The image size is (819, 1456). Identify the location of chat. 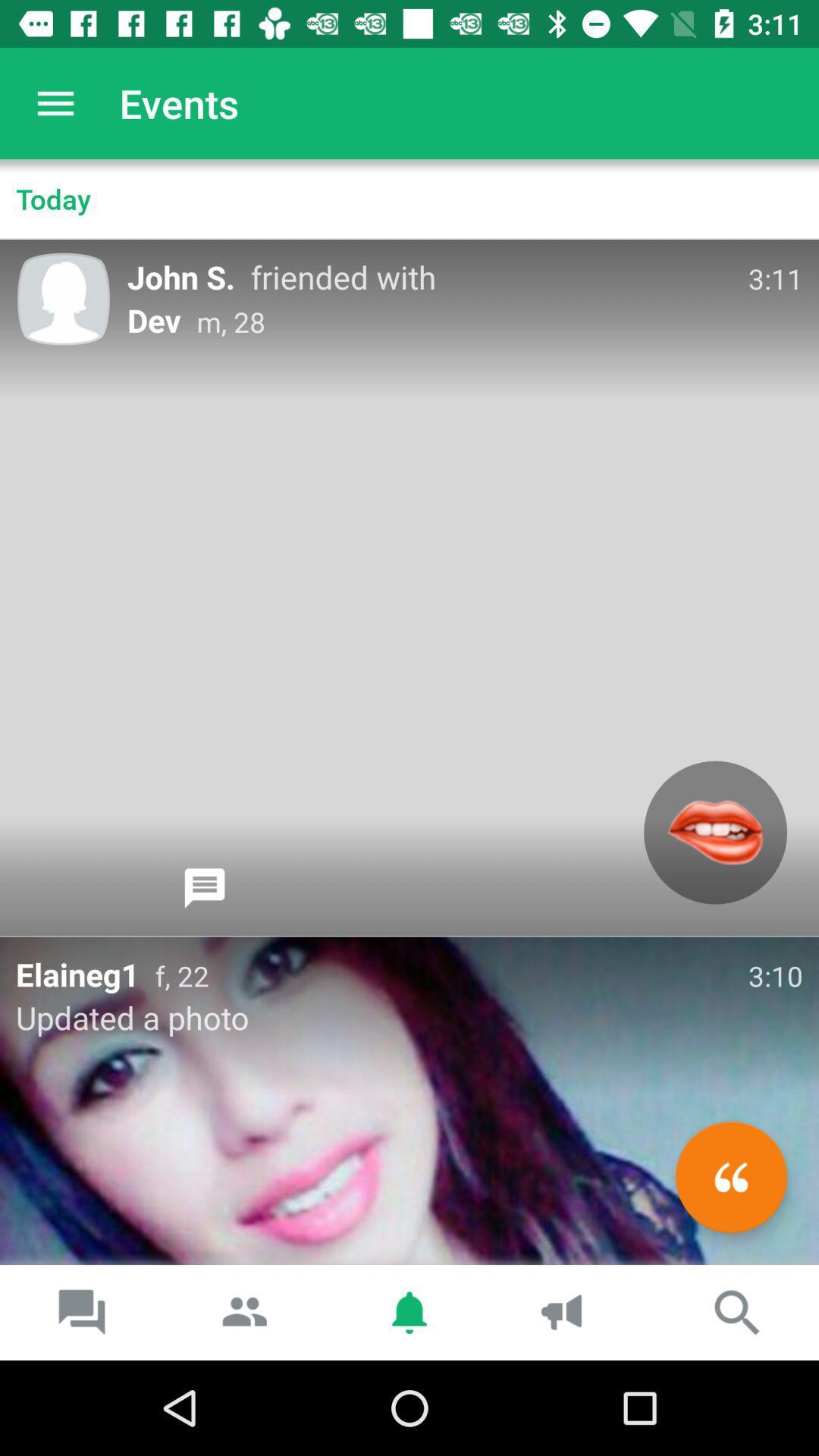
(205, 888).